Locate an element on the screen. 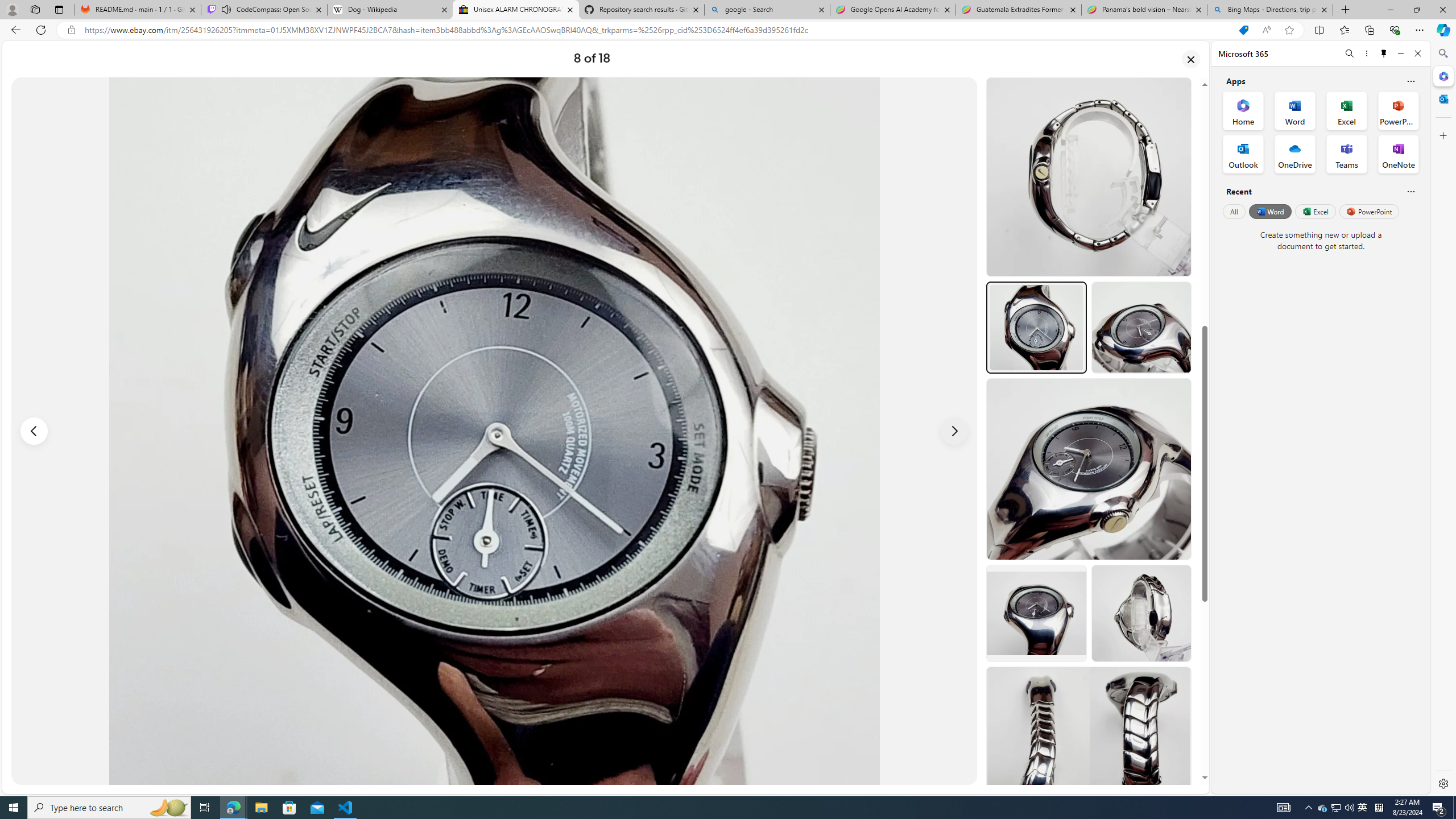 This screenshot has height=819, width=1456. 'Word Office App' is located at coordinates (1294, 111).